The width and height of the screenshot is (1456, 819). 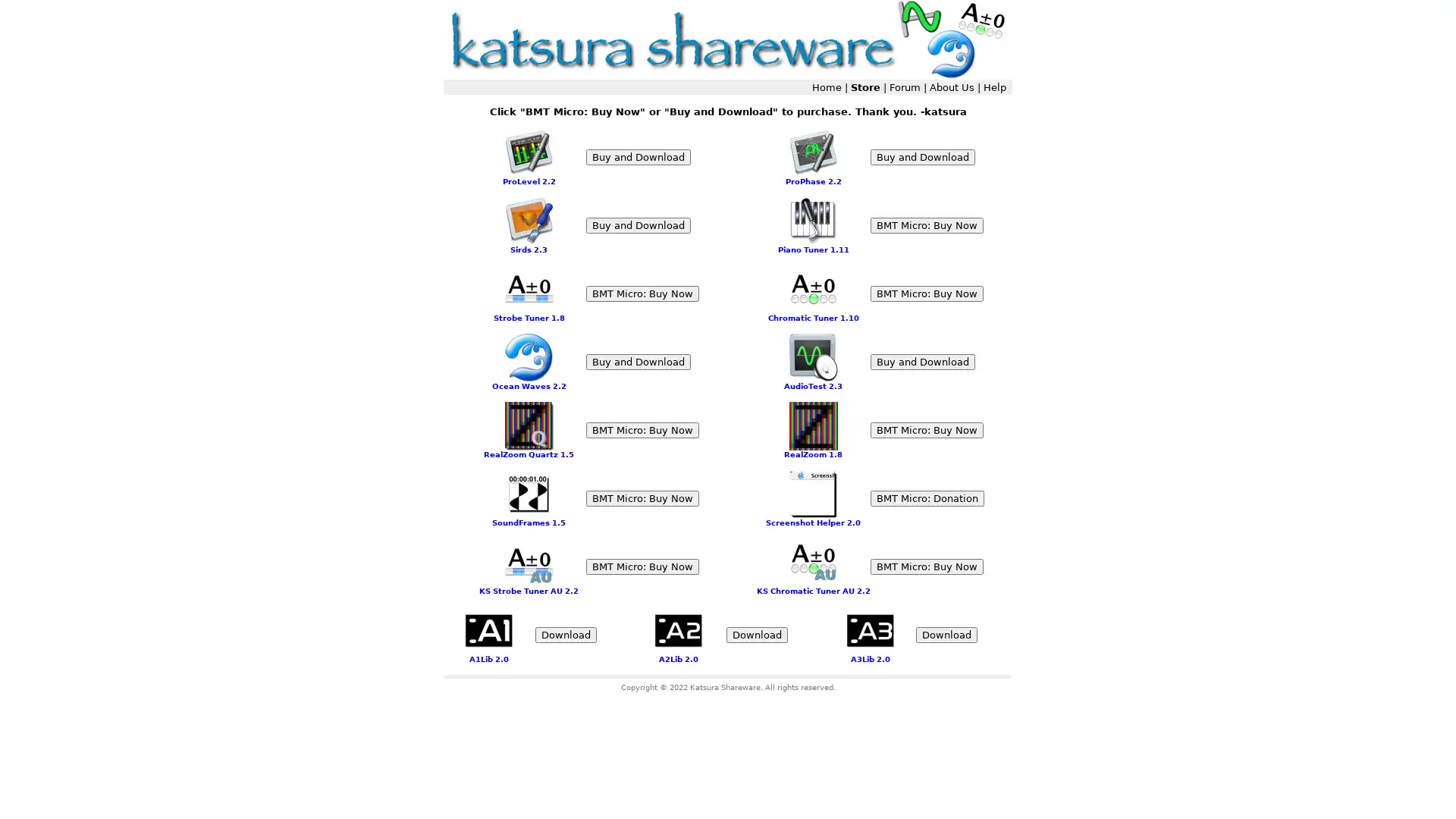 I want to click on Buy and Download, so click(x=921, y=157).